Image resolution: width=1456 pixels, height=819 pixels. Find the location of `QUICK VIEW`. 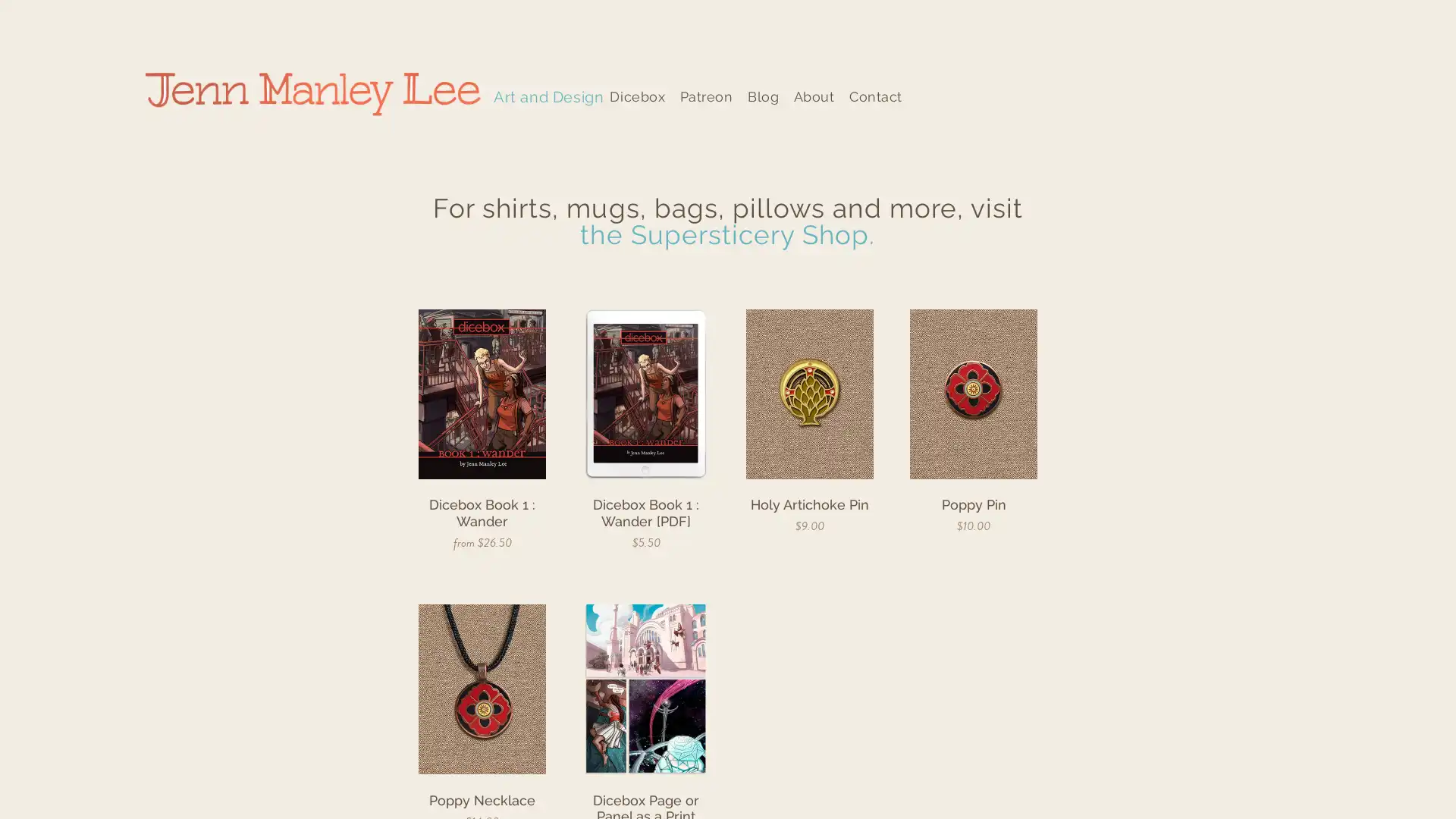

QUICK VIEW is located at coordinates (481, 519).